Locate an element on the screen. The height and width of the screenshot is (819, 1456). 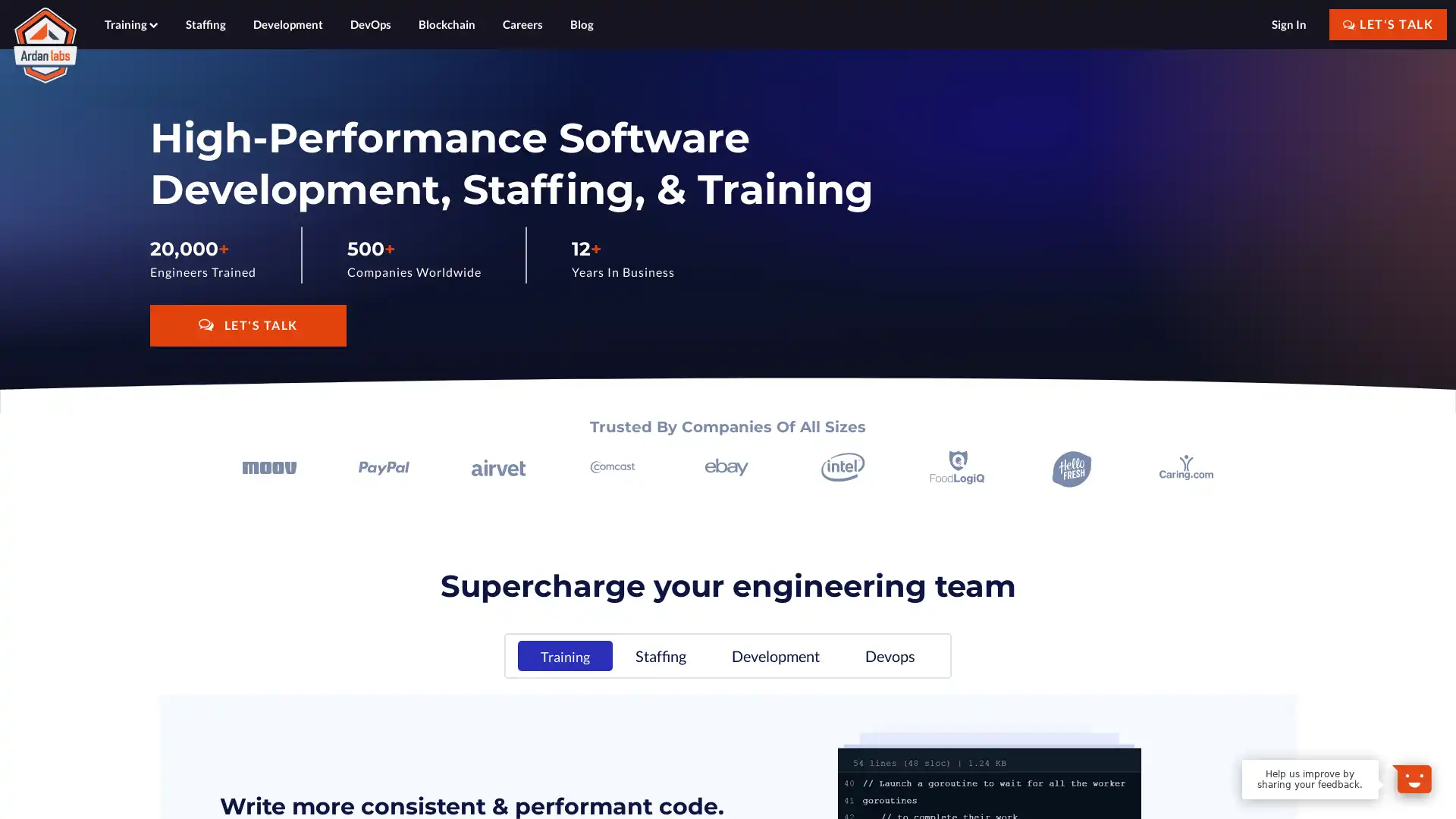
LET'S TALK is located at coordinates (247, 325).